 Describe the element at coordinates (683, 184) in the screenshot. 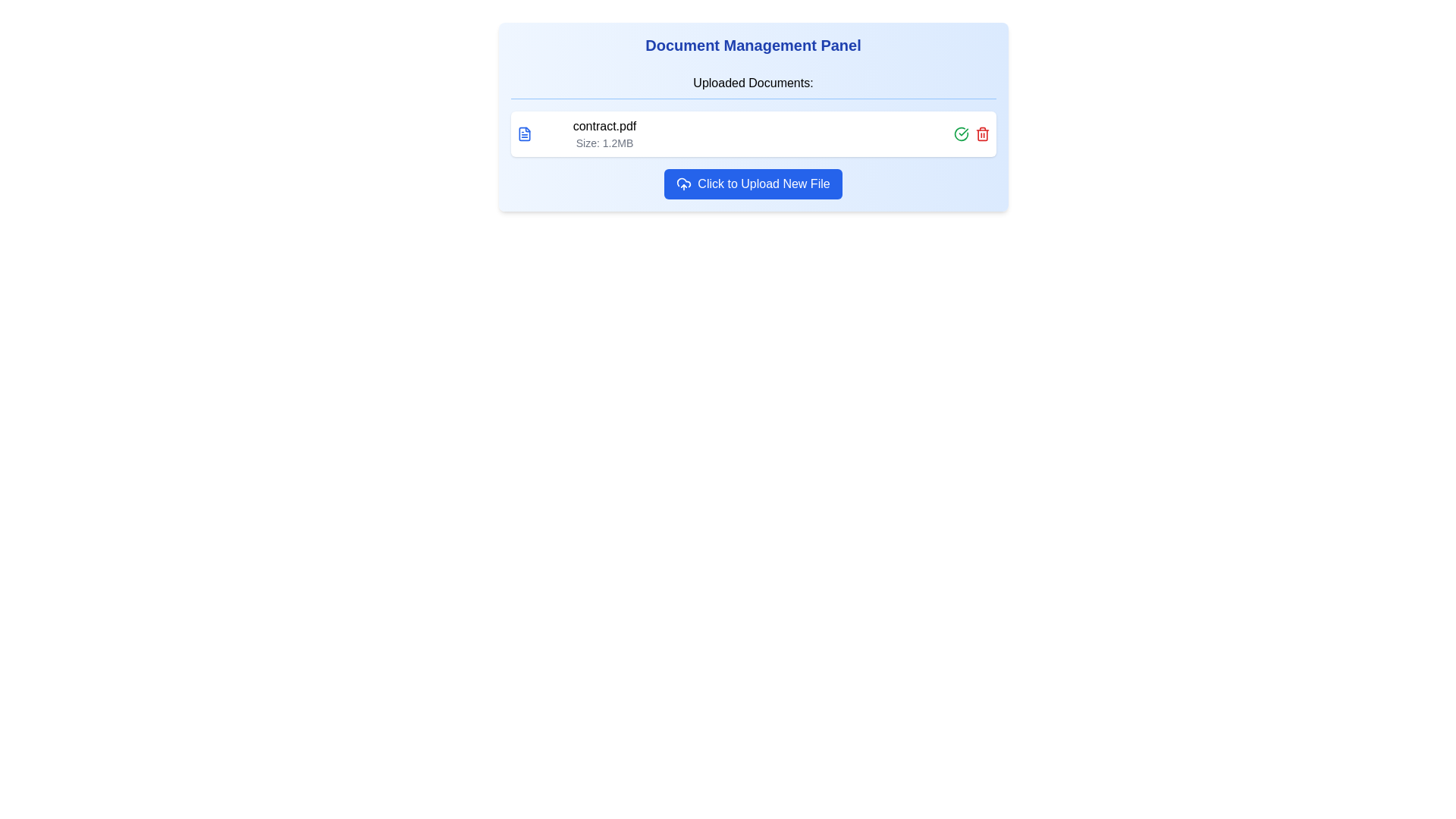

I see `the cloud upload icon, which is an SVG graphic with an upward arrow located next to the 'Click to Upload New File' button` at that location.